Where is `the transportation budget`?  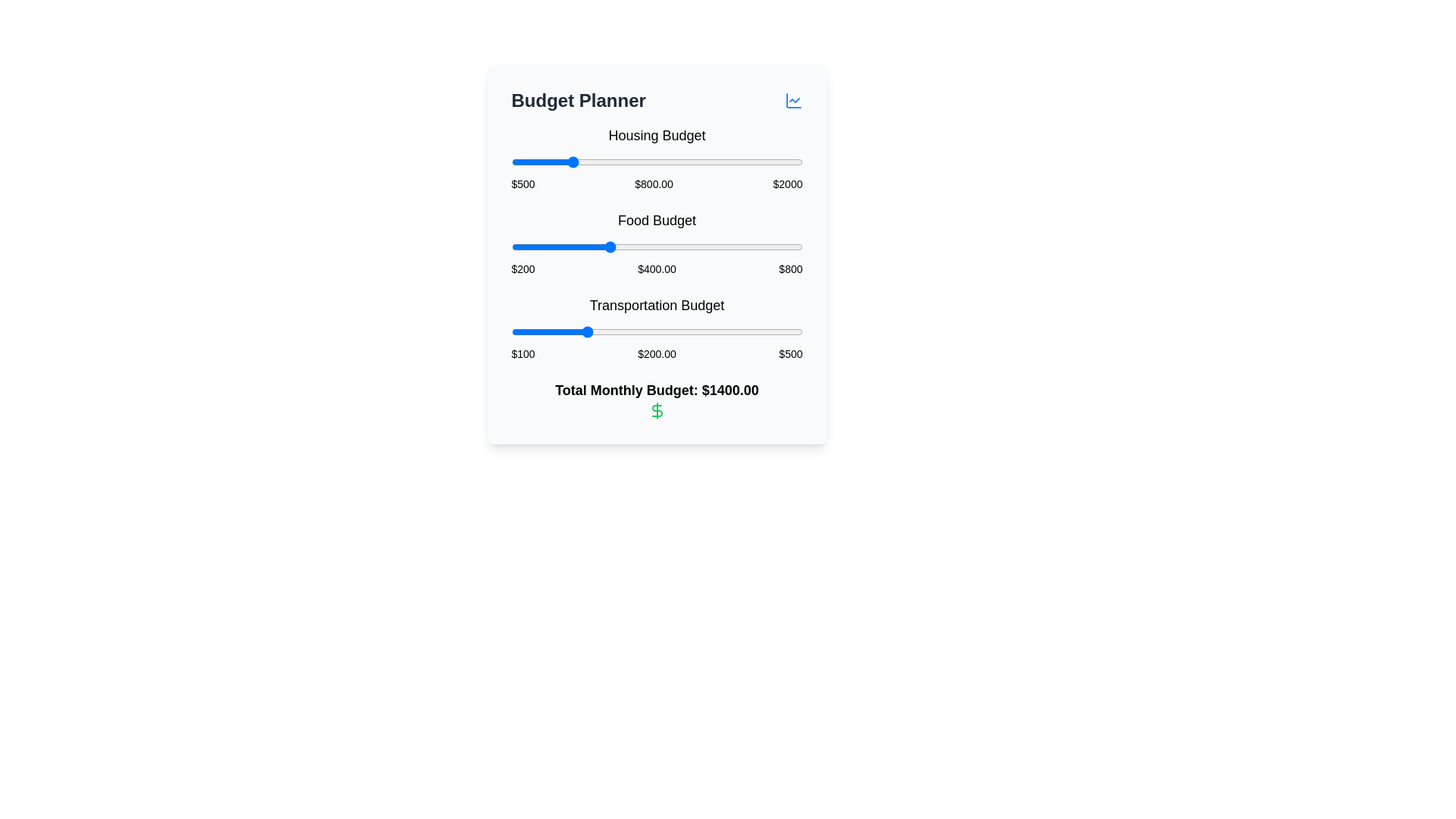
the transportation budget is located at coordinates (576, 331).